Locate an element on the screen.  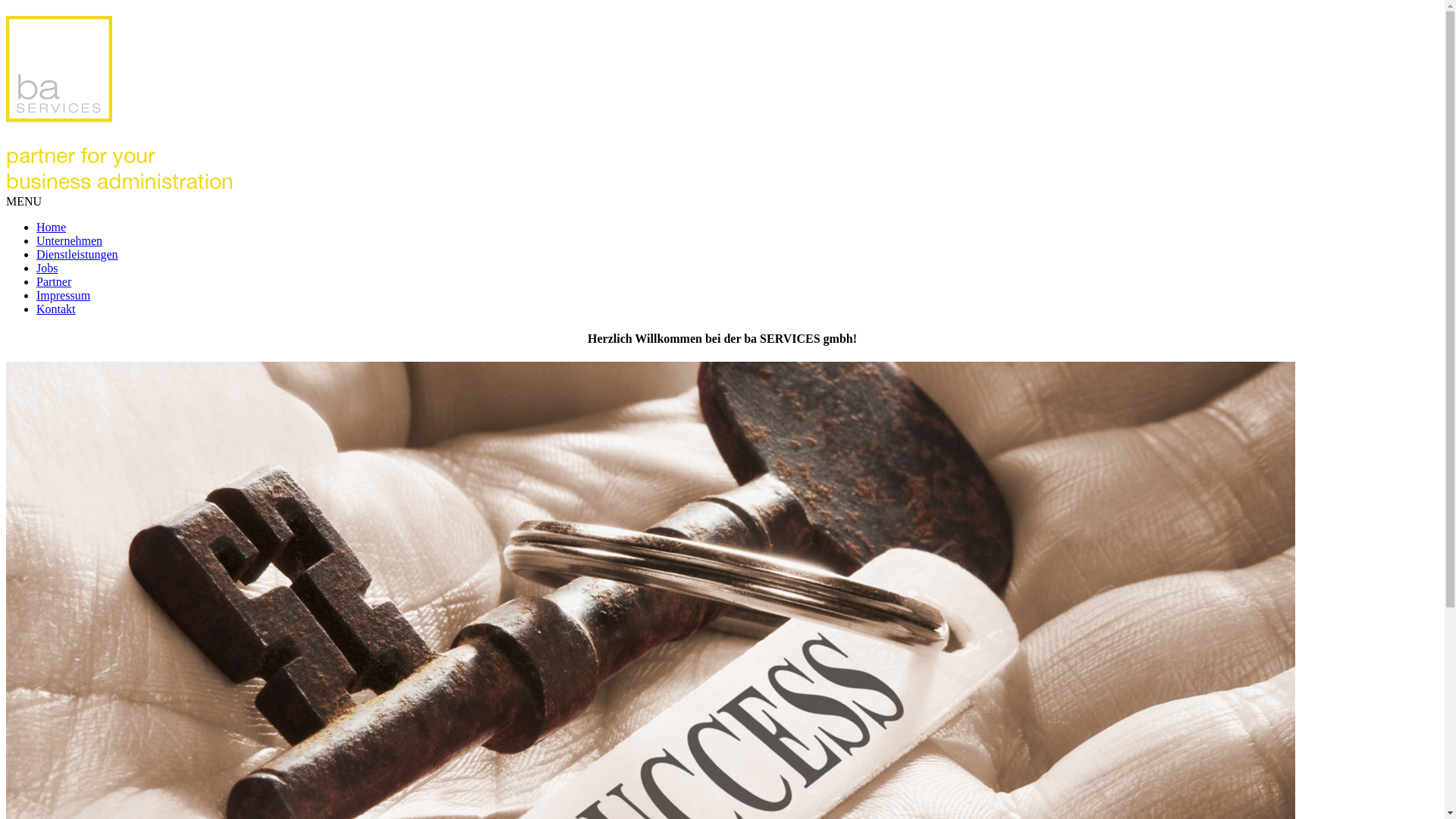
'Unternehmen' is located at coordinates (68, 240).